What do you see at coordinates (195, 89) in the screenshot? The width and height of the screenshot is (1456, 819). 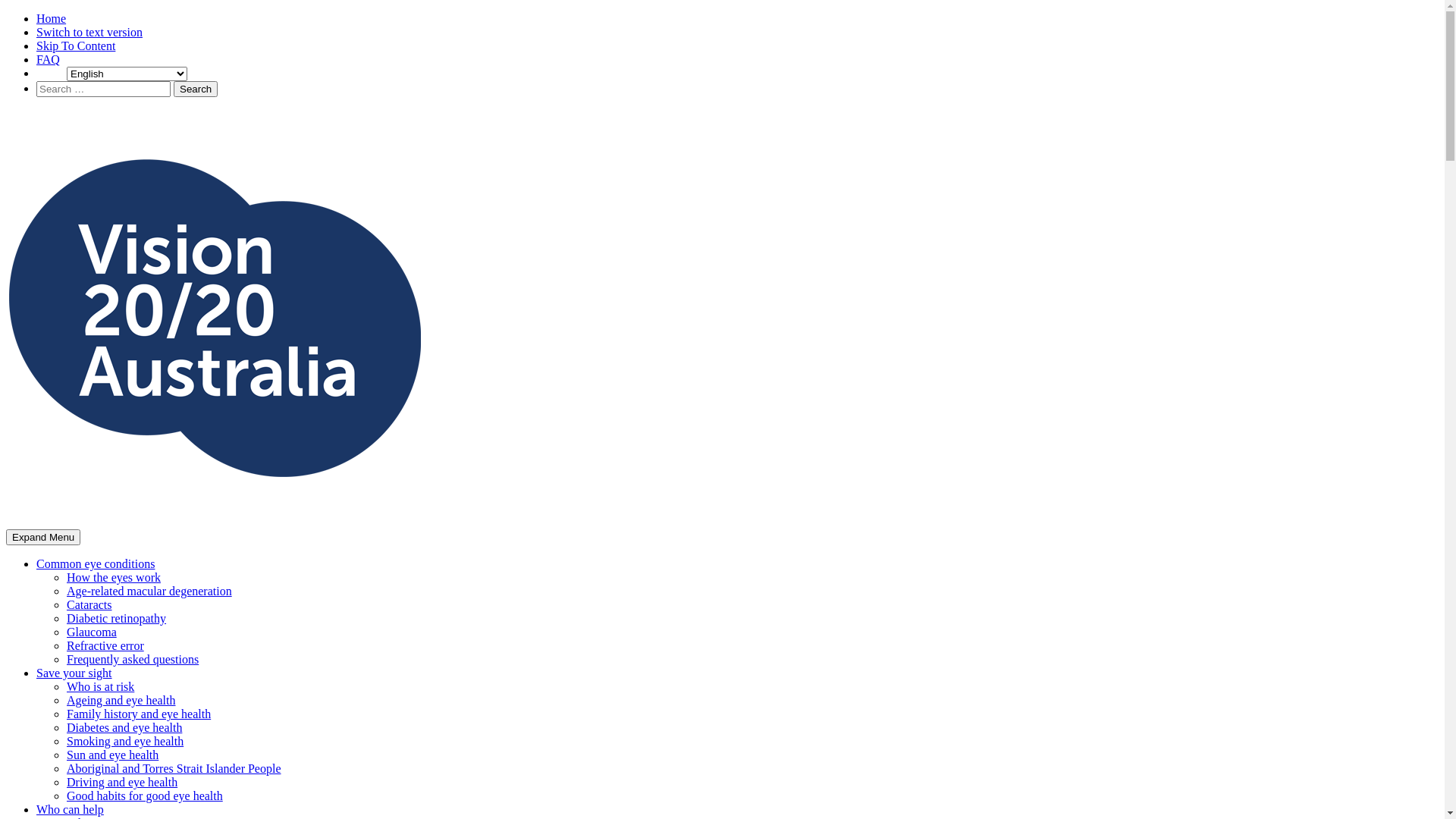 I see `'Search'` at bounding box center [195, 89].